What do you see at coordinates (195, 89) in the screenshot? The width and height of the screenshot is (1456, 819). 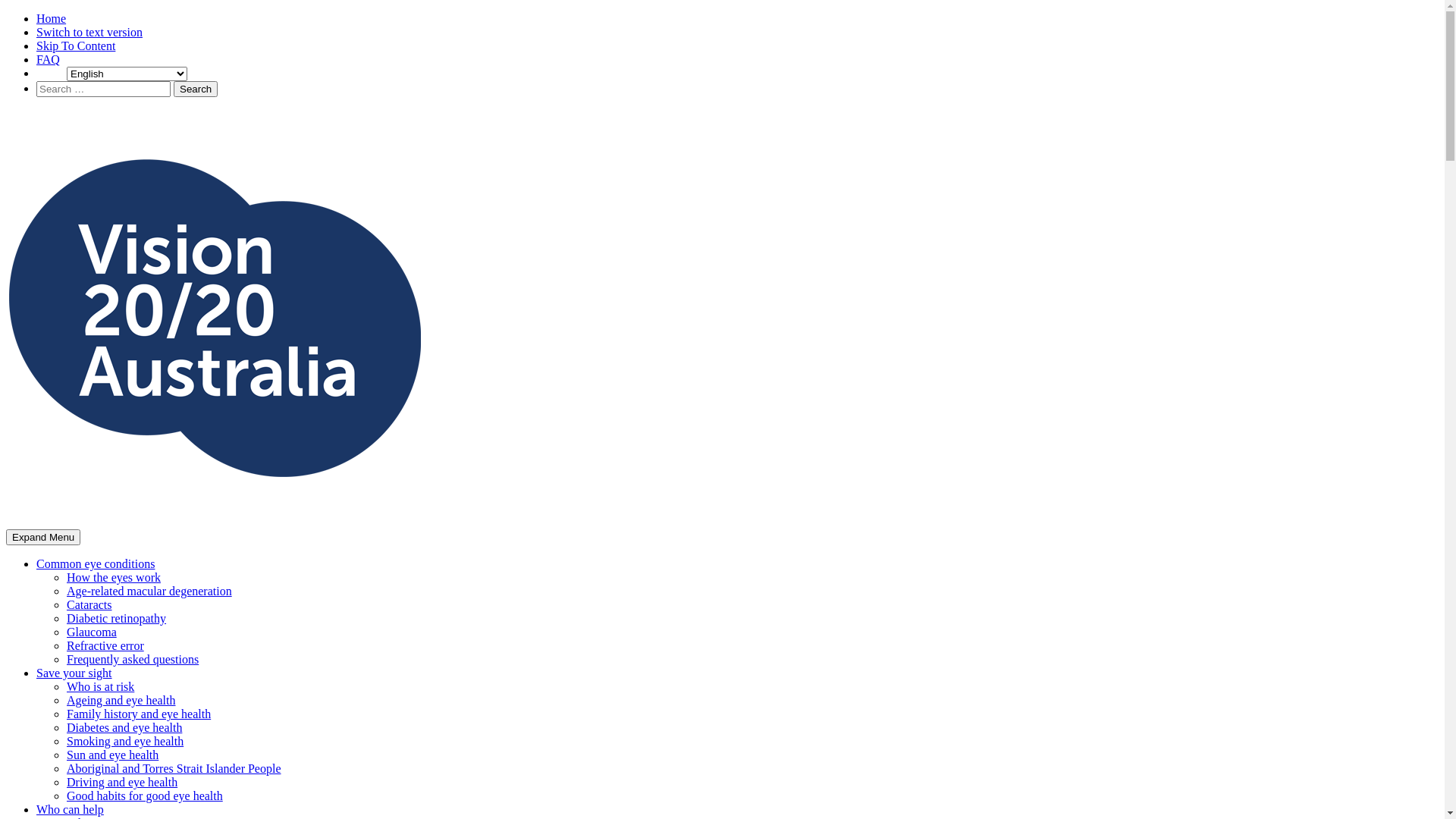 I see `'Search'` at bounding box center [195, 89].